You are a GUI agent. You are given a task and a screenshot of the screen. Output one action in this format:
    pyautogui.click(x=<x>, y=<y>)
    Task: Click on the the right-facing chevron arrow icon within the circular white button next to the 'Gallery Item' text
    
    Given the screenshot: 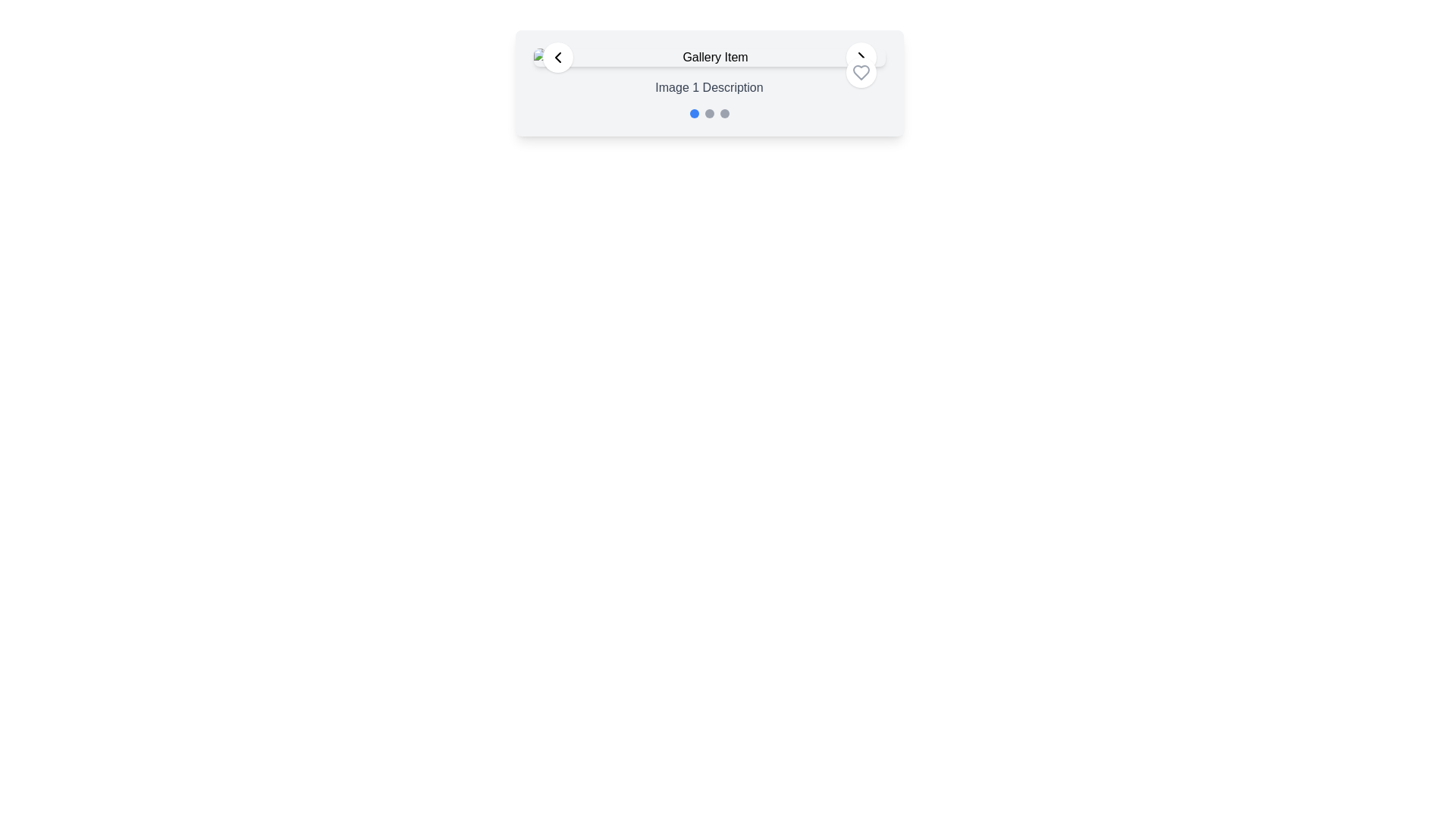 What is the action you would take?
    pyautogui.click(x=861, y=57)
    